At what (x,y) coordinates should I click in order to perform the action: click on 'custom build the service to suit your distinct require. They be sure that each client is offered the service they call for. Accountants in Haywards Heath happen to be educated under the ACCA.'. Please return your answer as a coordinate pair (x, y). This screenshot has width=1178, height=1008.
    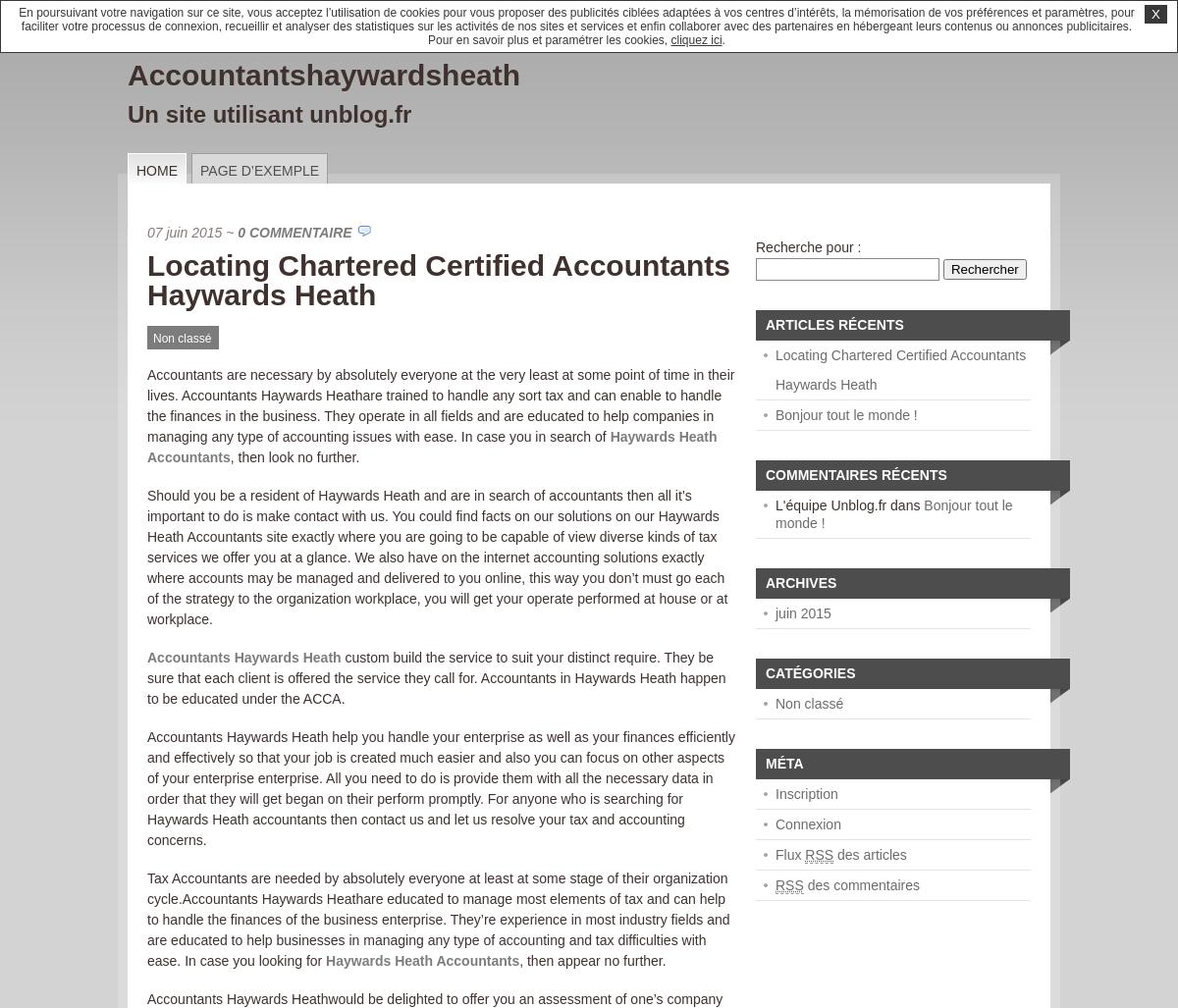
    Looking at the image, I should click on (436, 677).